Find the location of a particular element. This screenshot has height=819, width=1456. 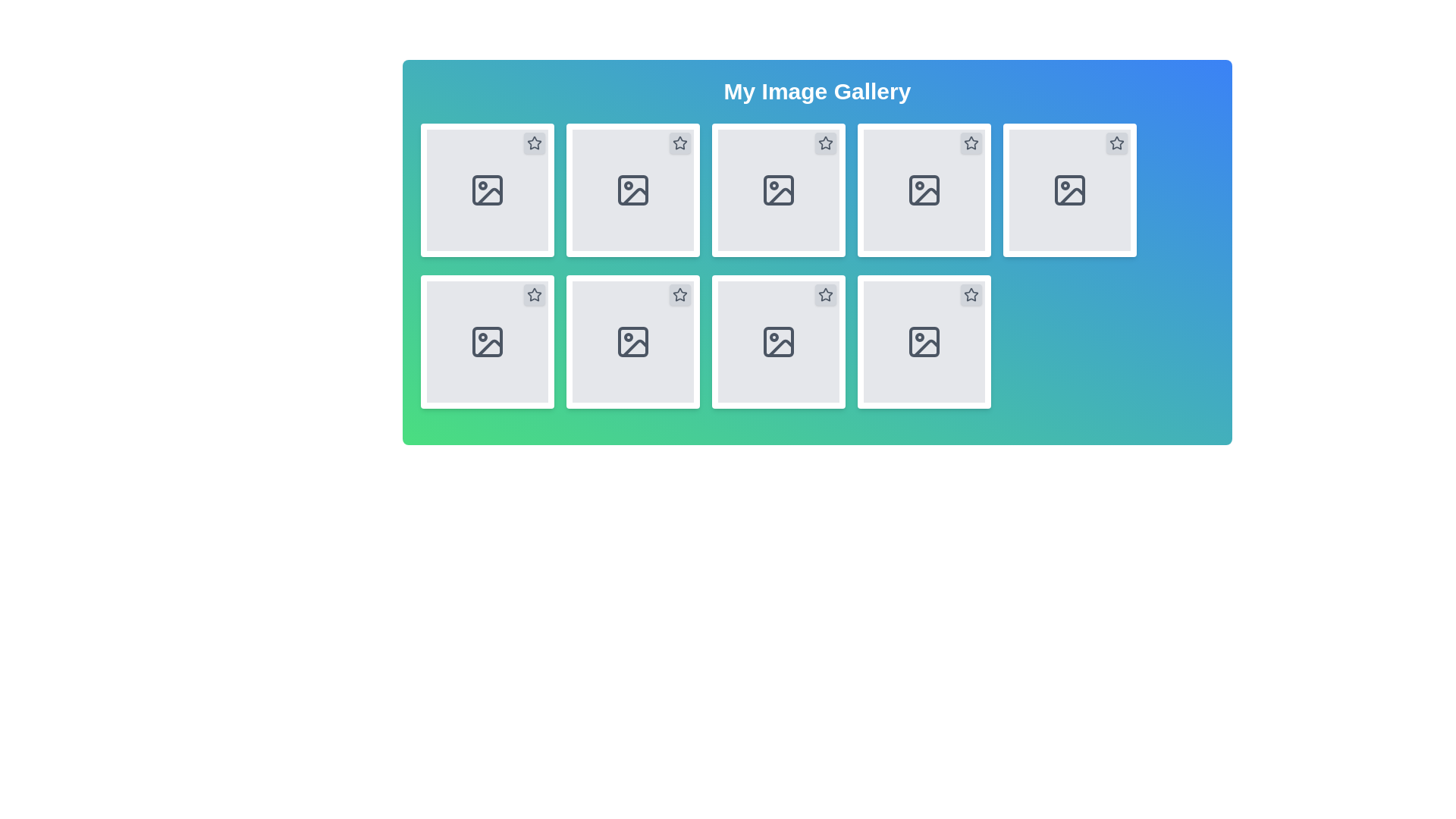

the square-shaped decorative SVG rectangle icon located in the third row and third column of the grid structure is located at coordinates (779, 342).